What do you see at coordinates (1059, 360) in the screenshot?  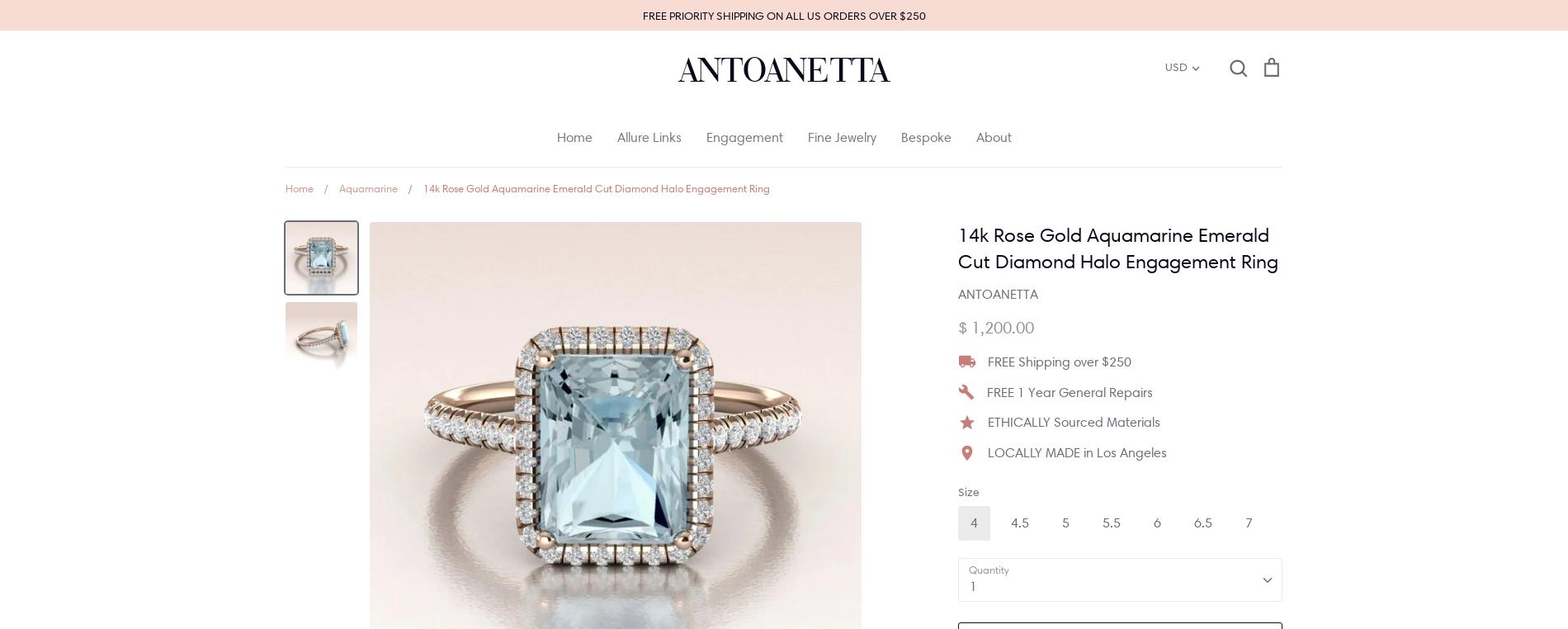 I see `'FREE Shipping over $250'` at bounding box center [1059, 360].